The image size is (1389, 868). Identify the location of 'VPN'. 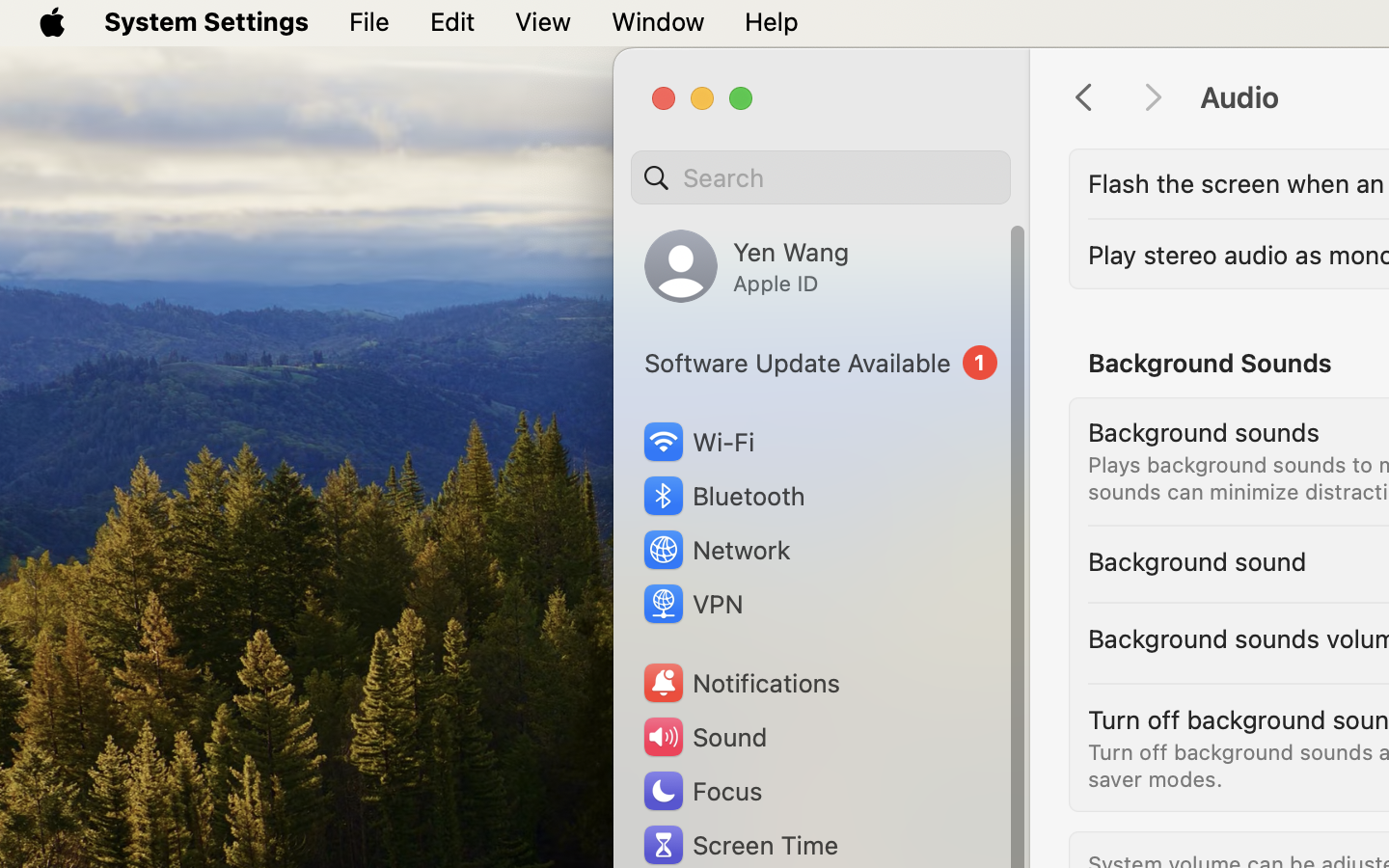
(691, 604).